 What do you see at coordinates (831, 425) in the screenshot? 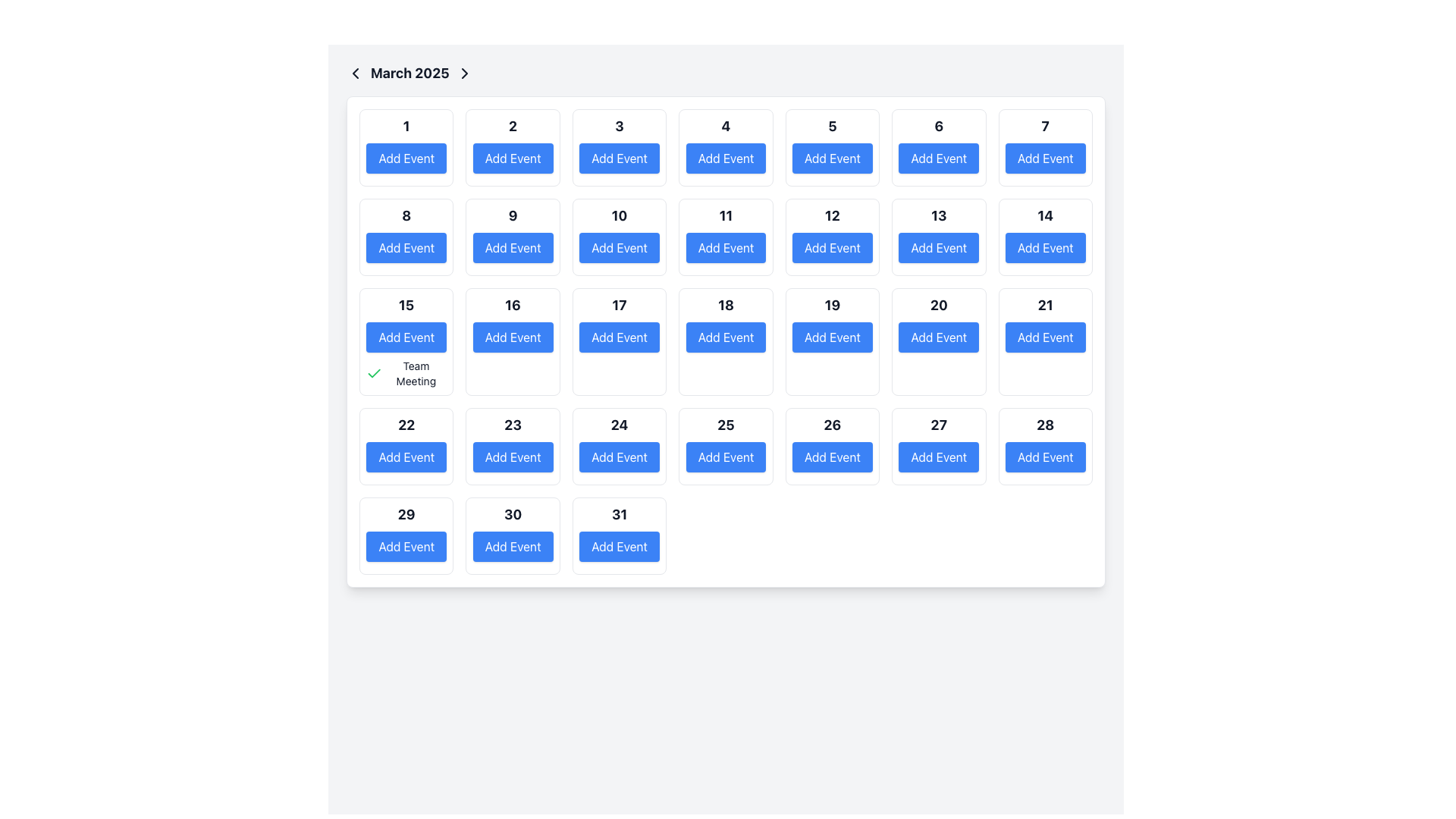
I see `the static text label displaying the date '26' in the calendar view of March 2025, located in the fourth row and fifth column of the grid` at bounding box center [831, 425].